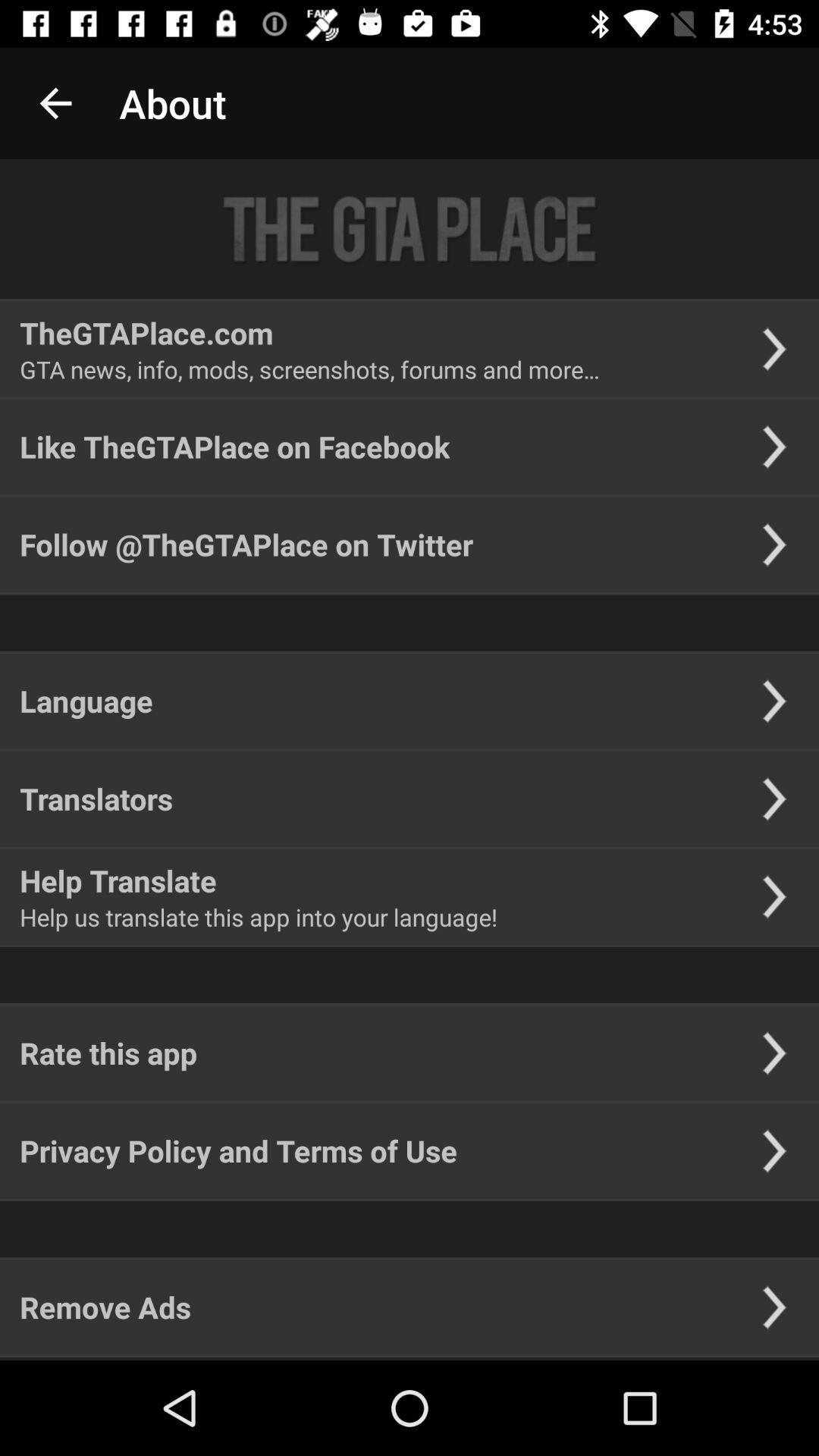 This screenshot has width=819, height=1456. I want to click on the gta news info, so click(309, 369).